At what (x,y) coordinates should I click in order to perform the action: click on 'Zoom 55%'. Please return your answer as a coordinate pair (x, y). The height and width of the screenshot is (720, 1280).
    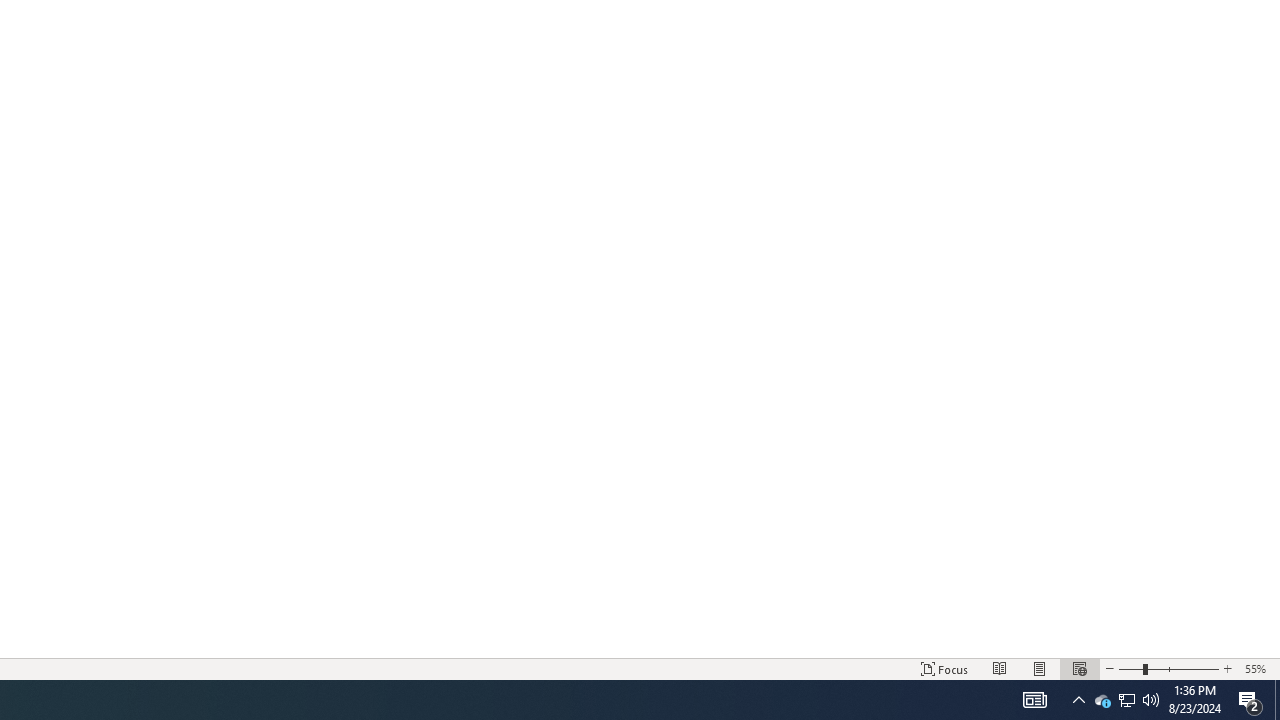
    Looking at the image, I should click on (1257, 669).